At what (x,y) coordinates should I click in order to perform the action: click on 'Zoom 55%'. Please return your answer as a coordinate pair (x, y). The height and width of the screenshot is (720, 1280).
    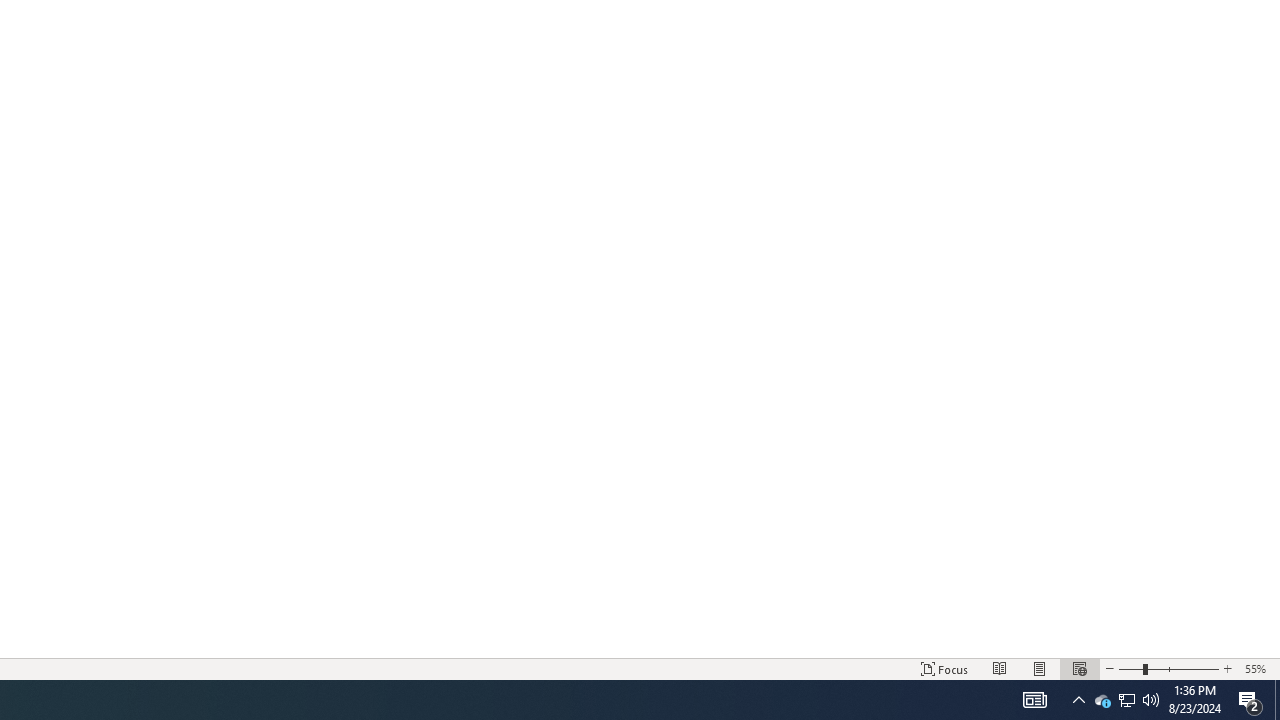
    Looking at the image, I should click on (1257, 669).